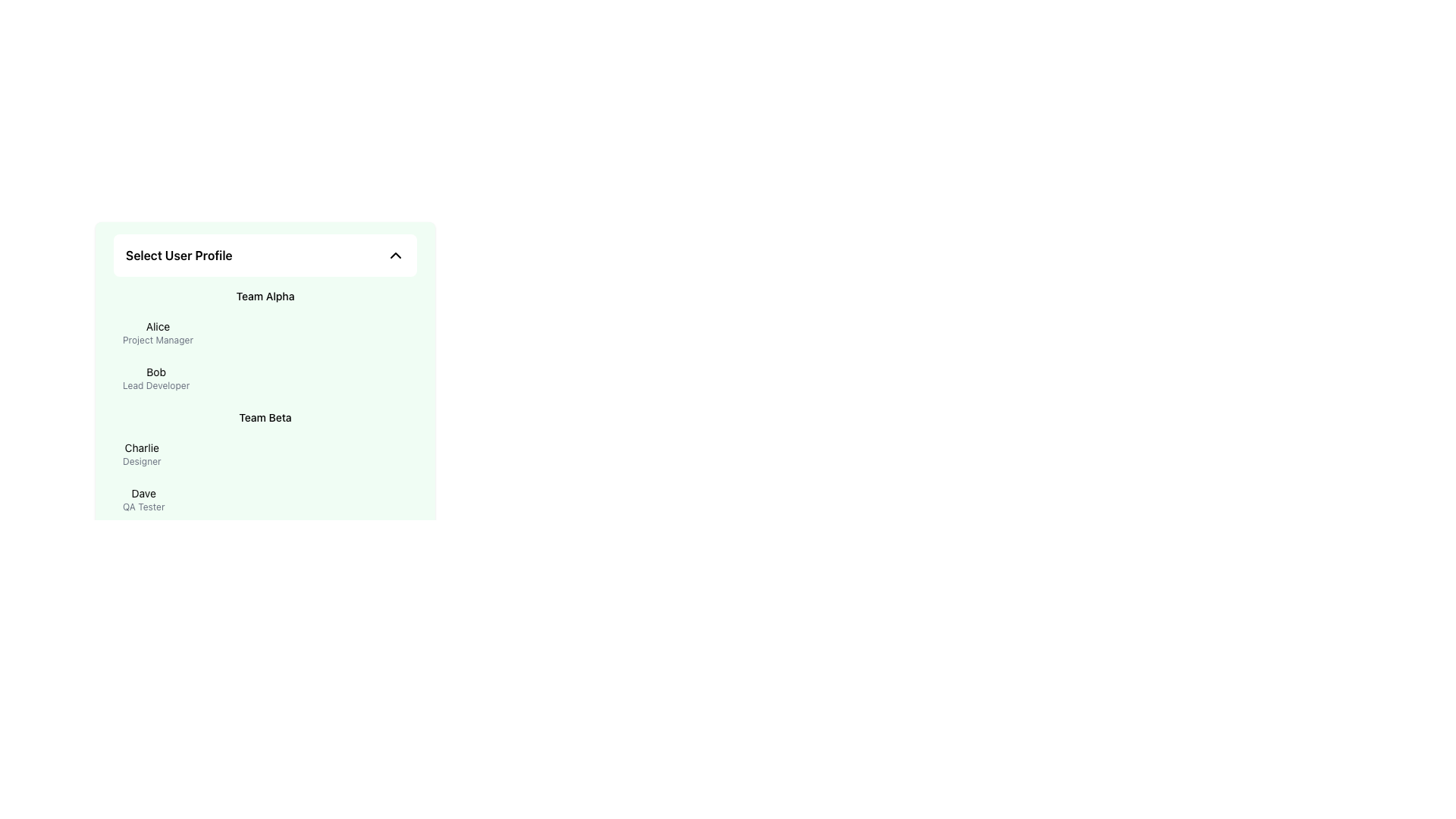  Describe the element at coordinates (143, 500) in the screenshot. I see `the text display element showing 'Dave' and 'QA Tester', which is part of the 'Team Beta' section, located below 'Charlie Designer'` at that location.